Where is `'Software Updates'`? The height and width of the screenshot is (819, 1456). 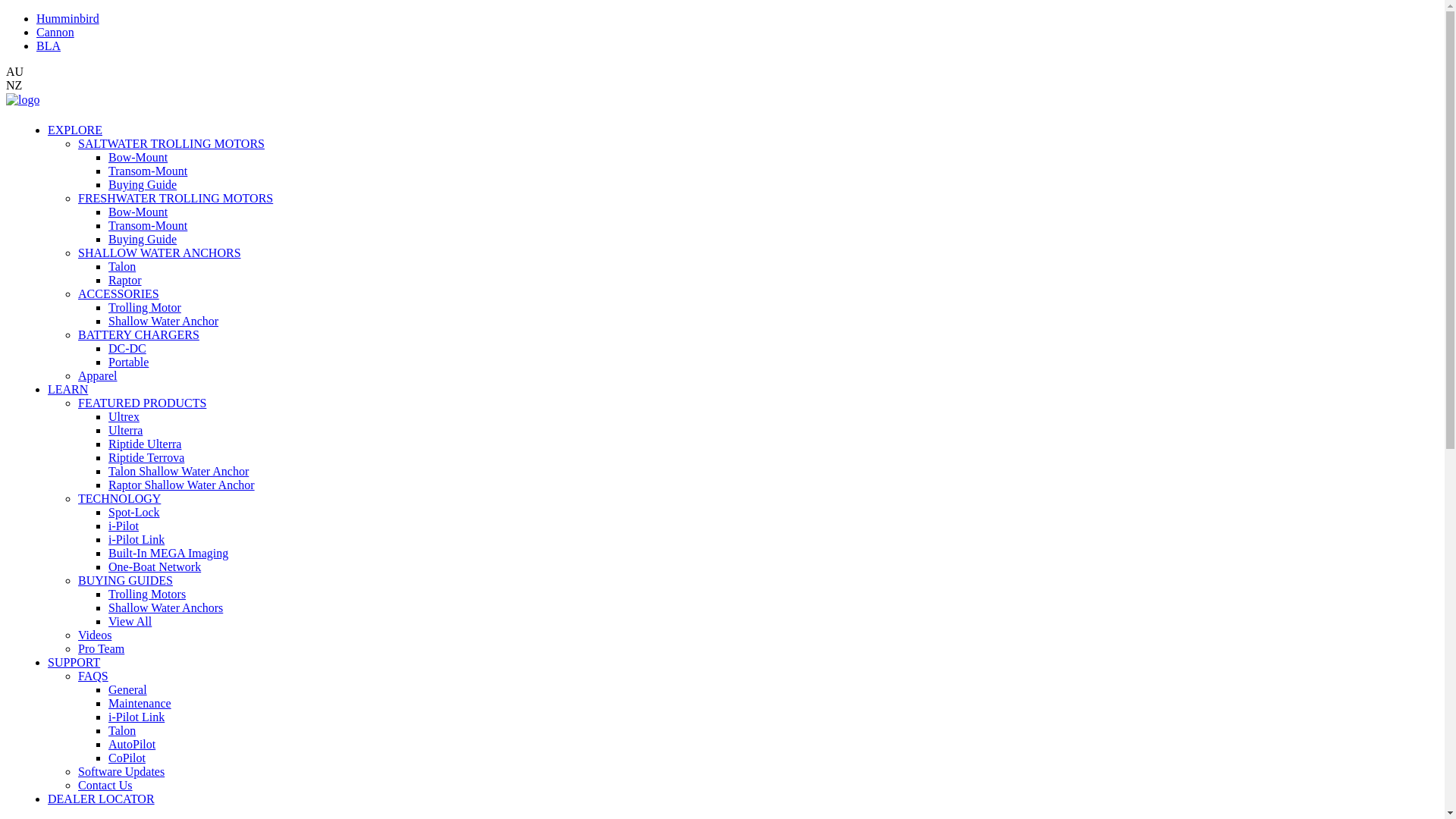
'Software Updates' is located at coordinates (120, 771).